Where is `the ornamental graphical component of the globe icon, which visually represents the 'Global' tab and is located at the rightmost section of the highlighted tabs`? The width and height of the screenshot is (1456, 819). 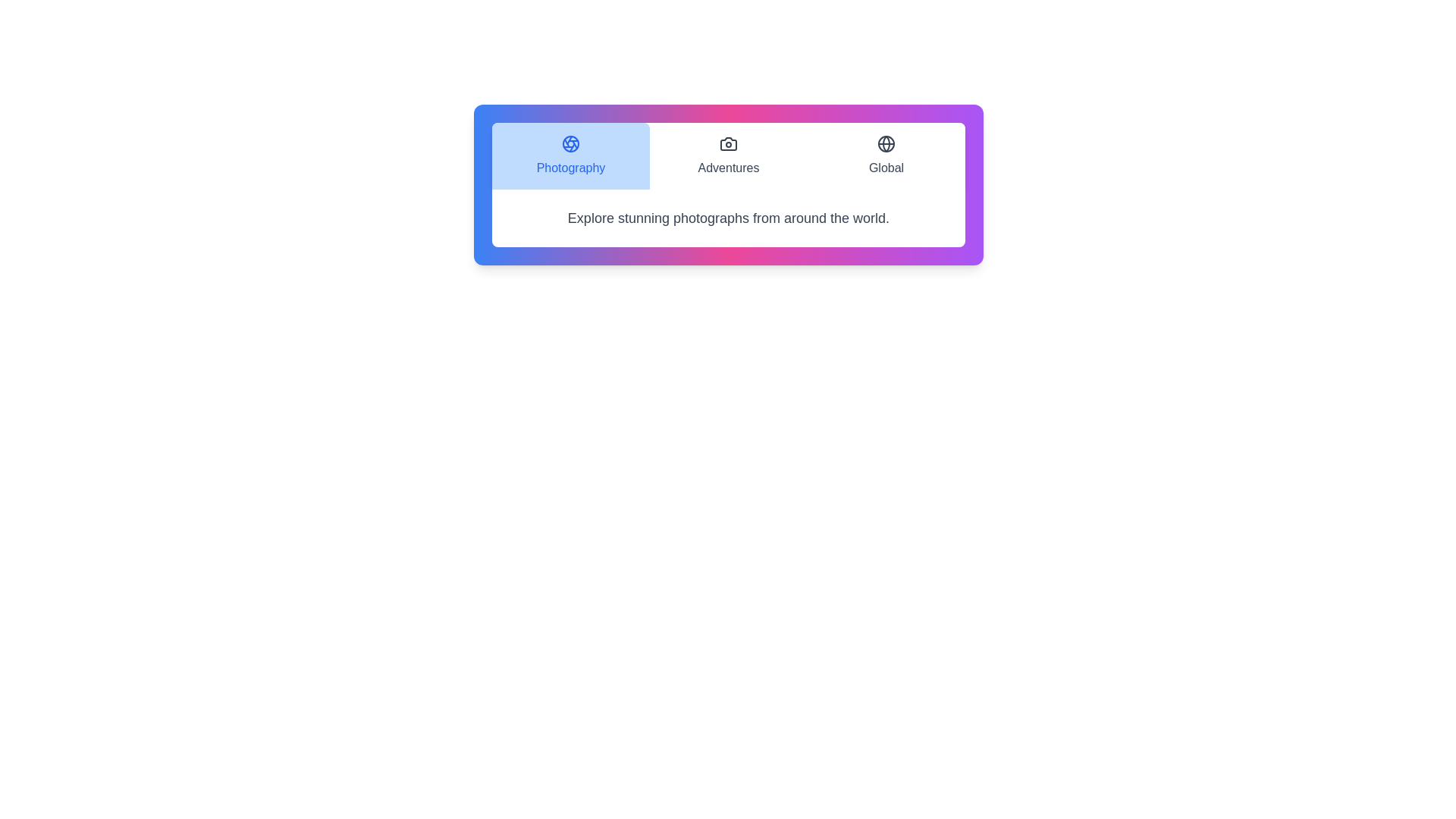
the ornamental graphical component of the globe icon, which visually represents the 'Global' tab and is located at the rightmost section of the highlighted tabs is located at coordinates (886, 143).